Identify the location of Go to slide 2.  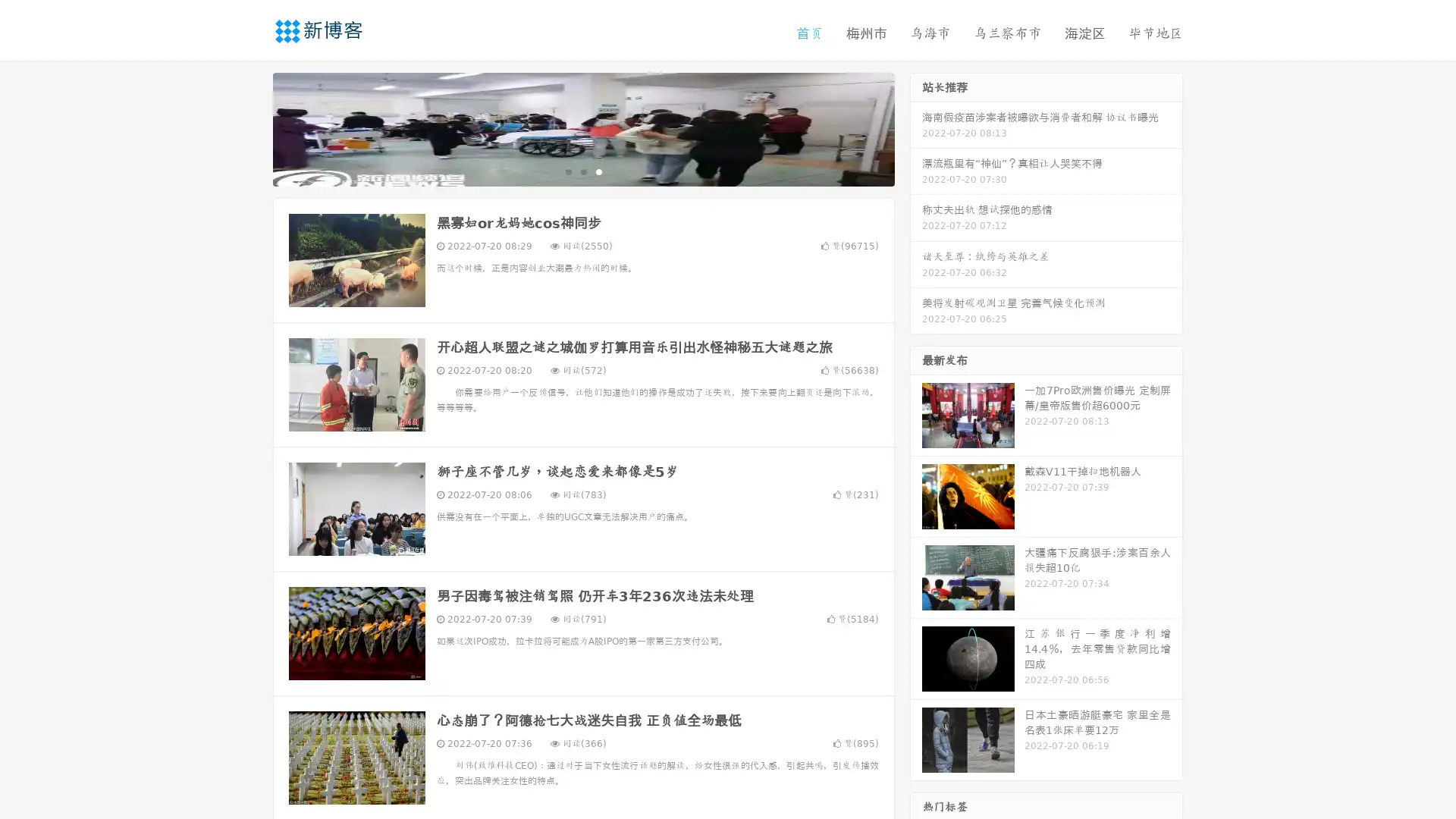
(582, 171).